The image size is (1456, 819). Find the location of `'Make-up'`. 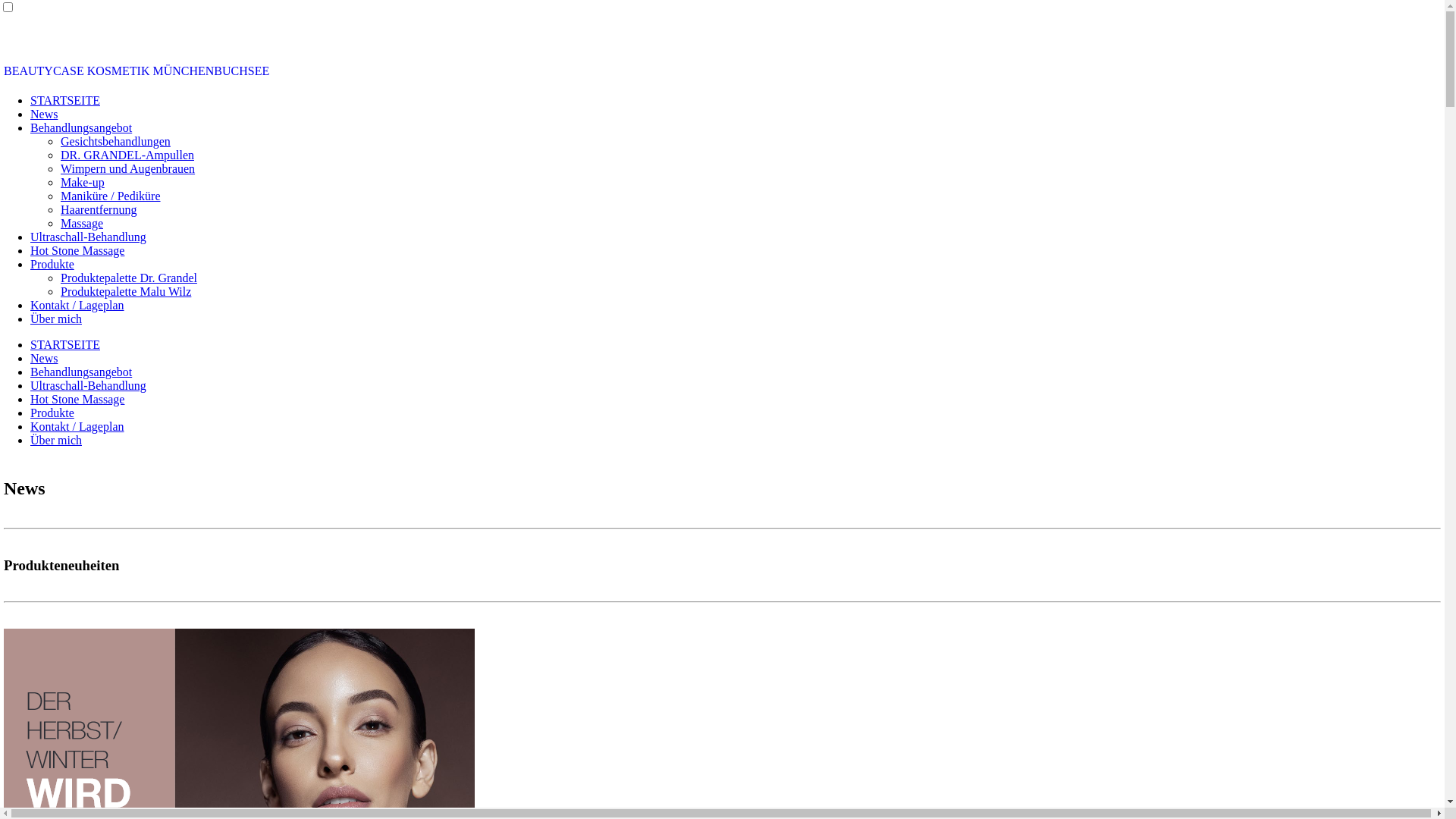

'Make-up' is located at coordinates (82, 181).